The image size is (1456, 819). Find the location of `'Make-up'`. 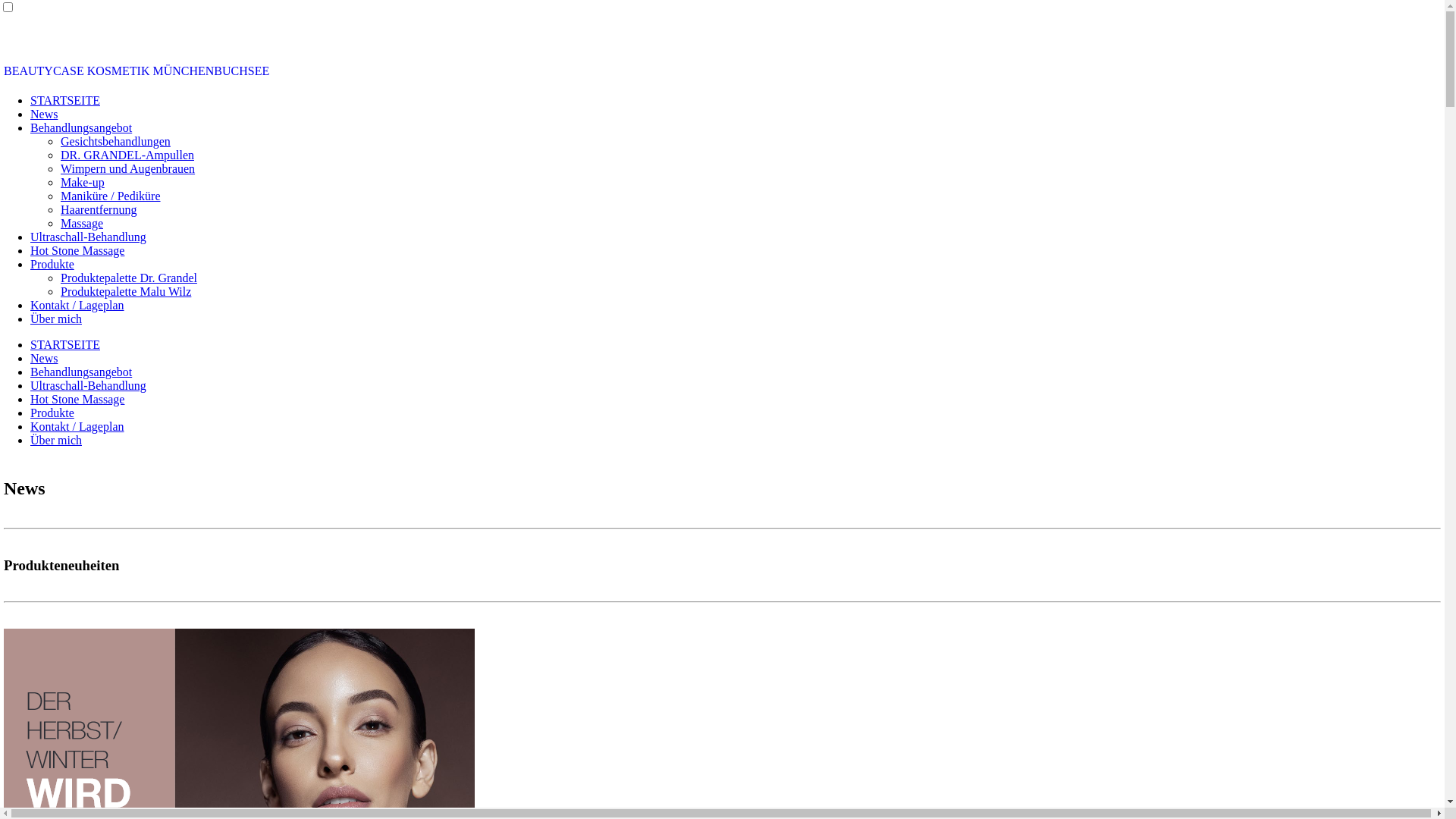

'Make-up' is located at coordinates (82, 181).